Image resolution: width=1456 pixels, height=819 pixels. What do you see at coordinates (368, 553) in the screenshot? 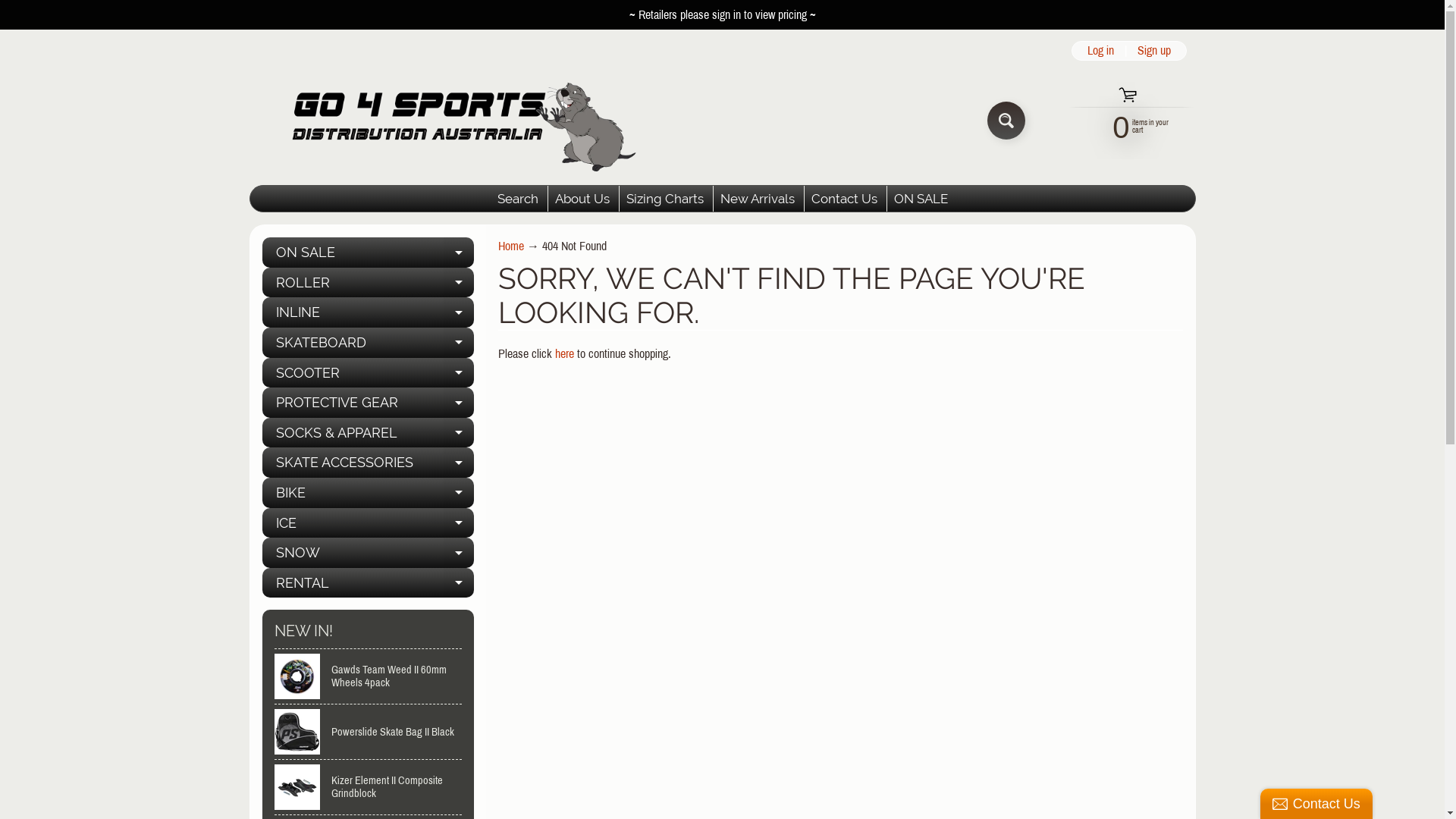
I see `'SNOW` at bounding box center [368, 553].